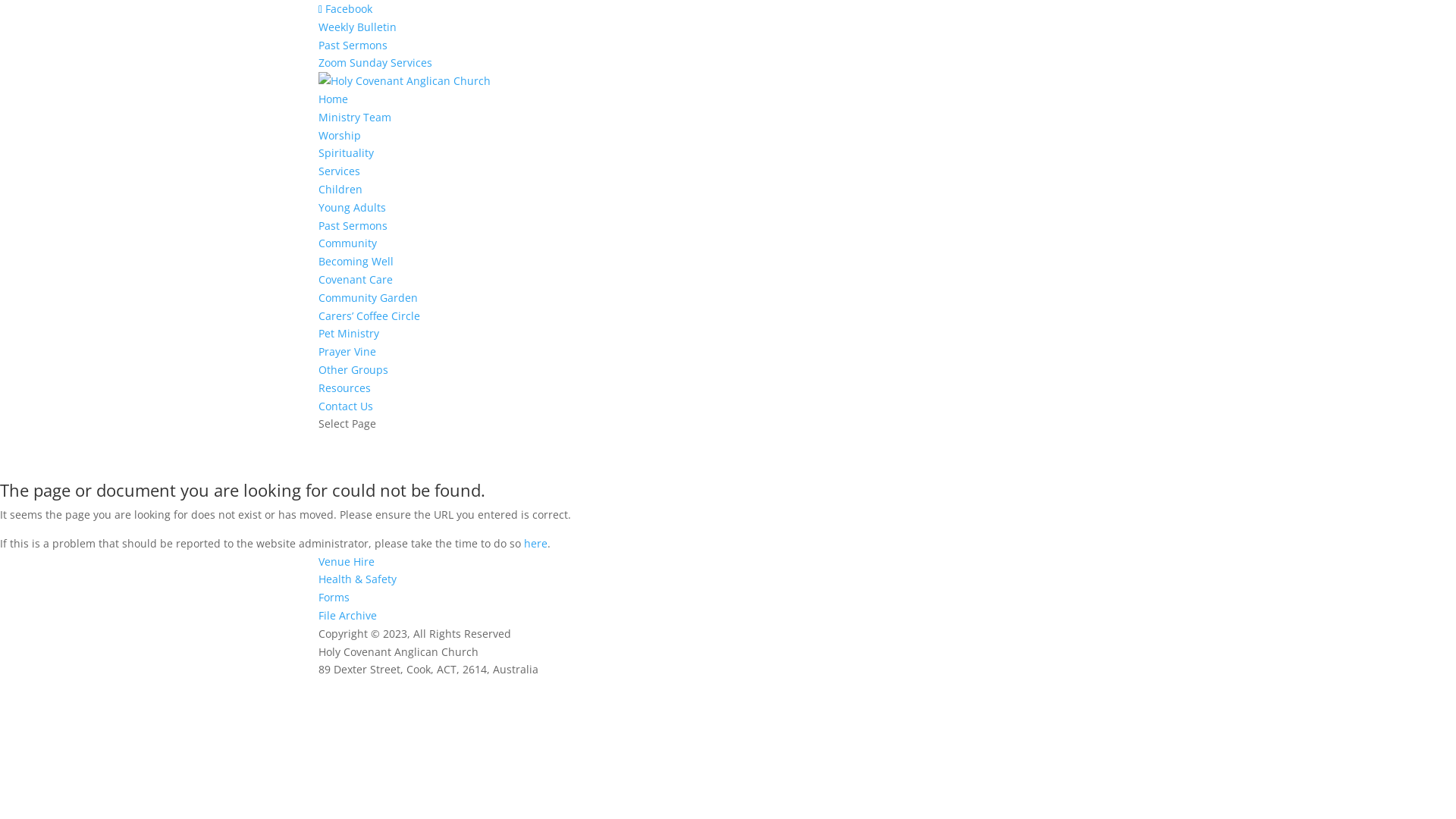 The image size is (1456, 819). I want to click on 'Venue Hire', so click(345, 561).